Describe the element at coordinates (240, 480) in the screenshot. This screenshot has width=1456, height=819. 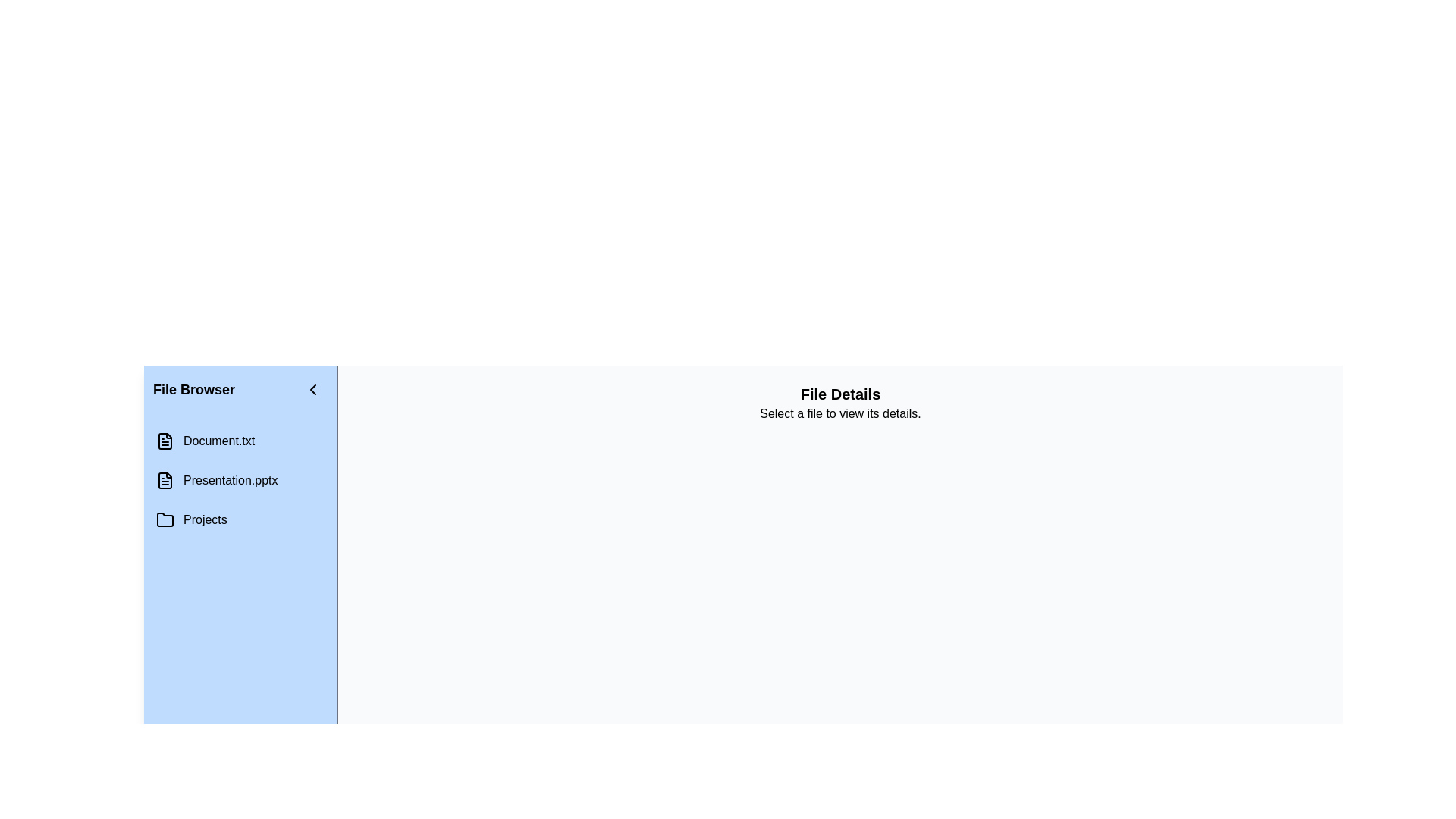
I see `the clickable list item representing the file 'Presentation.pptx' in the 'File Browser' sidebar` at that location.